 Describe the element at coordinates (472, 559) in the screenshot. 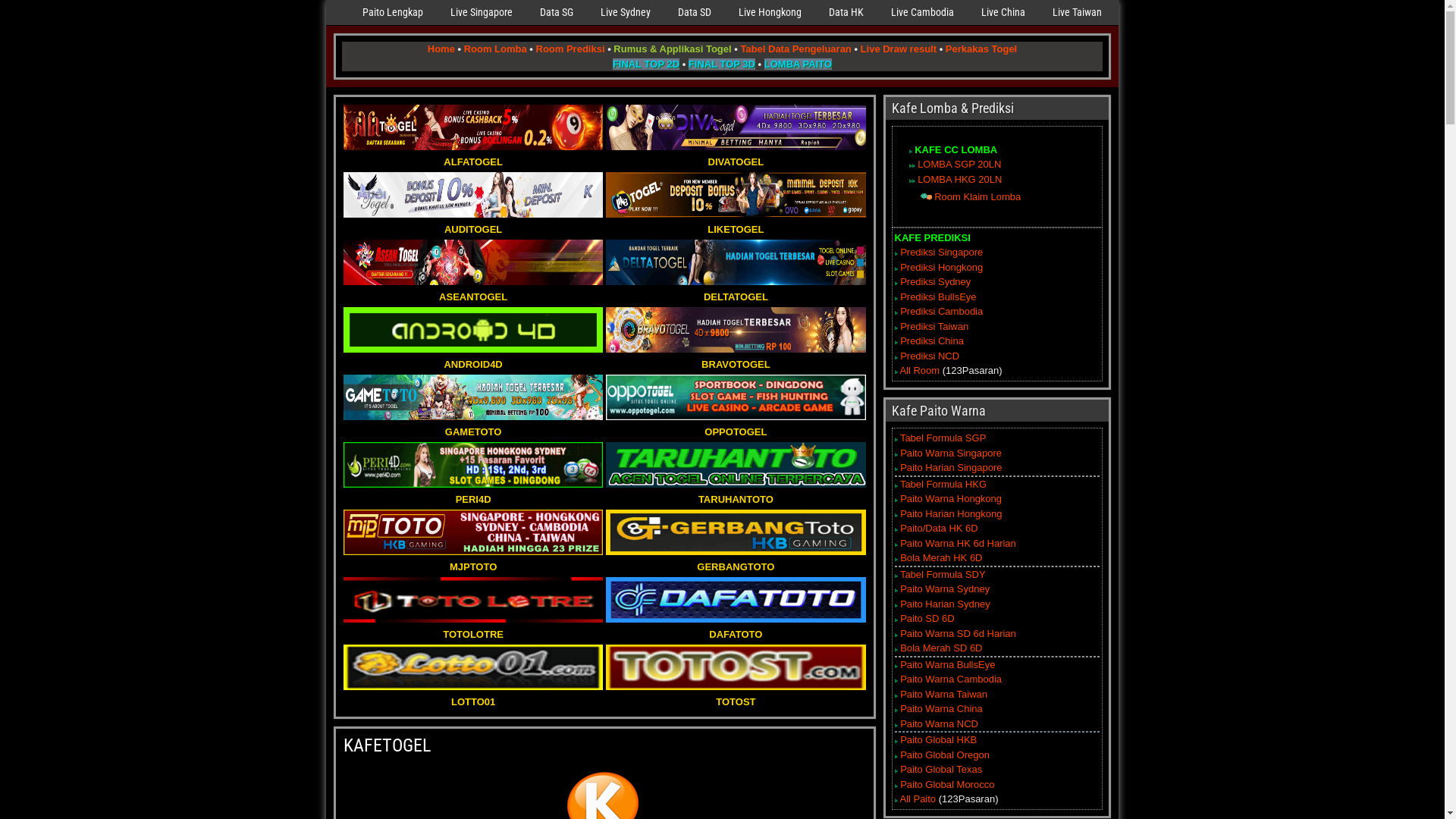

I see `'MJPTOTO'` at that location.